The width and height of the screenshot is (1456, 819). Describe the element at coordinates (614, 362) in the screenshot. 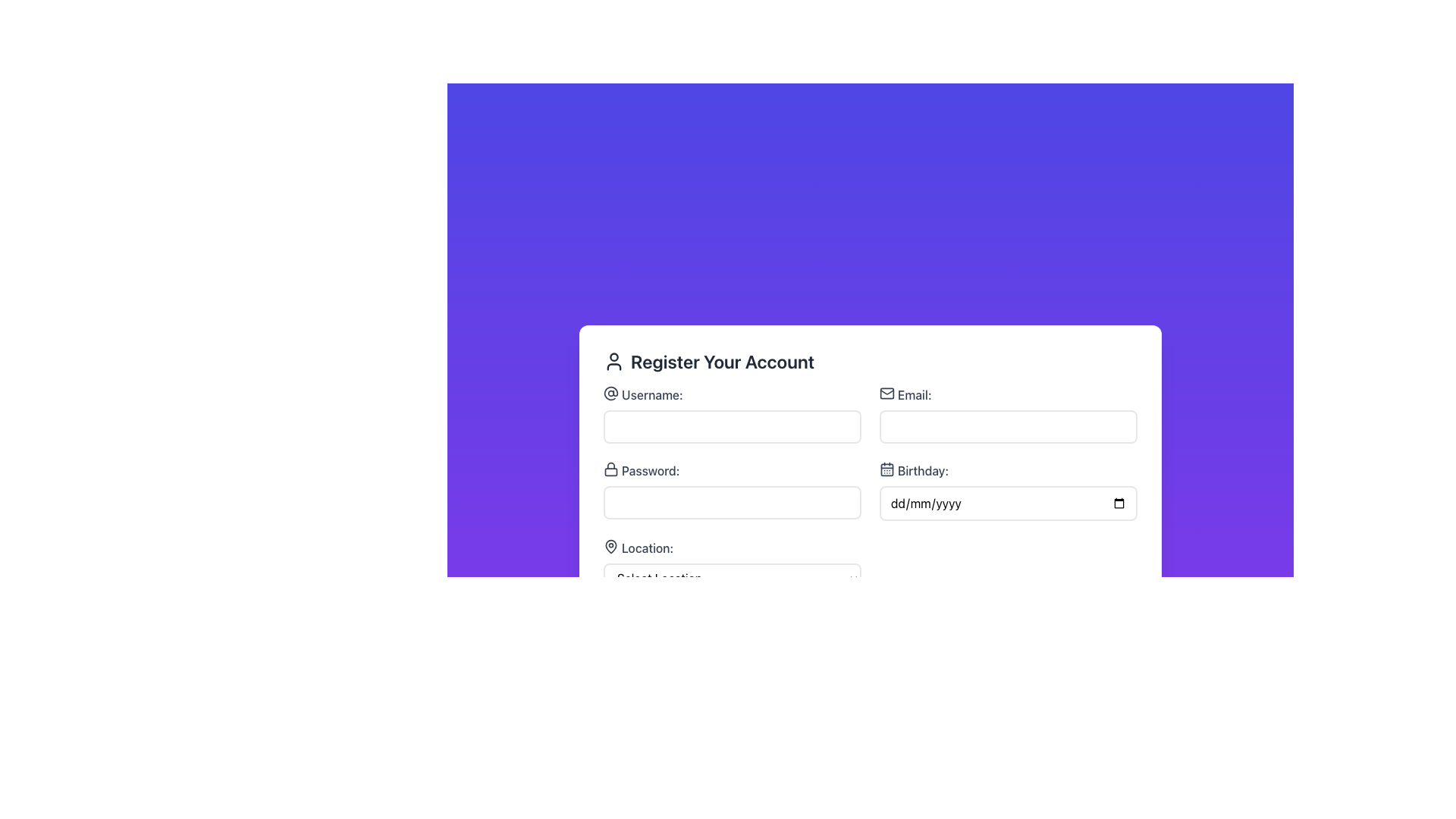

I see `the user profile icon located to the left of the header text 'Register Your Account' in the top-left corner of the section` at that location.